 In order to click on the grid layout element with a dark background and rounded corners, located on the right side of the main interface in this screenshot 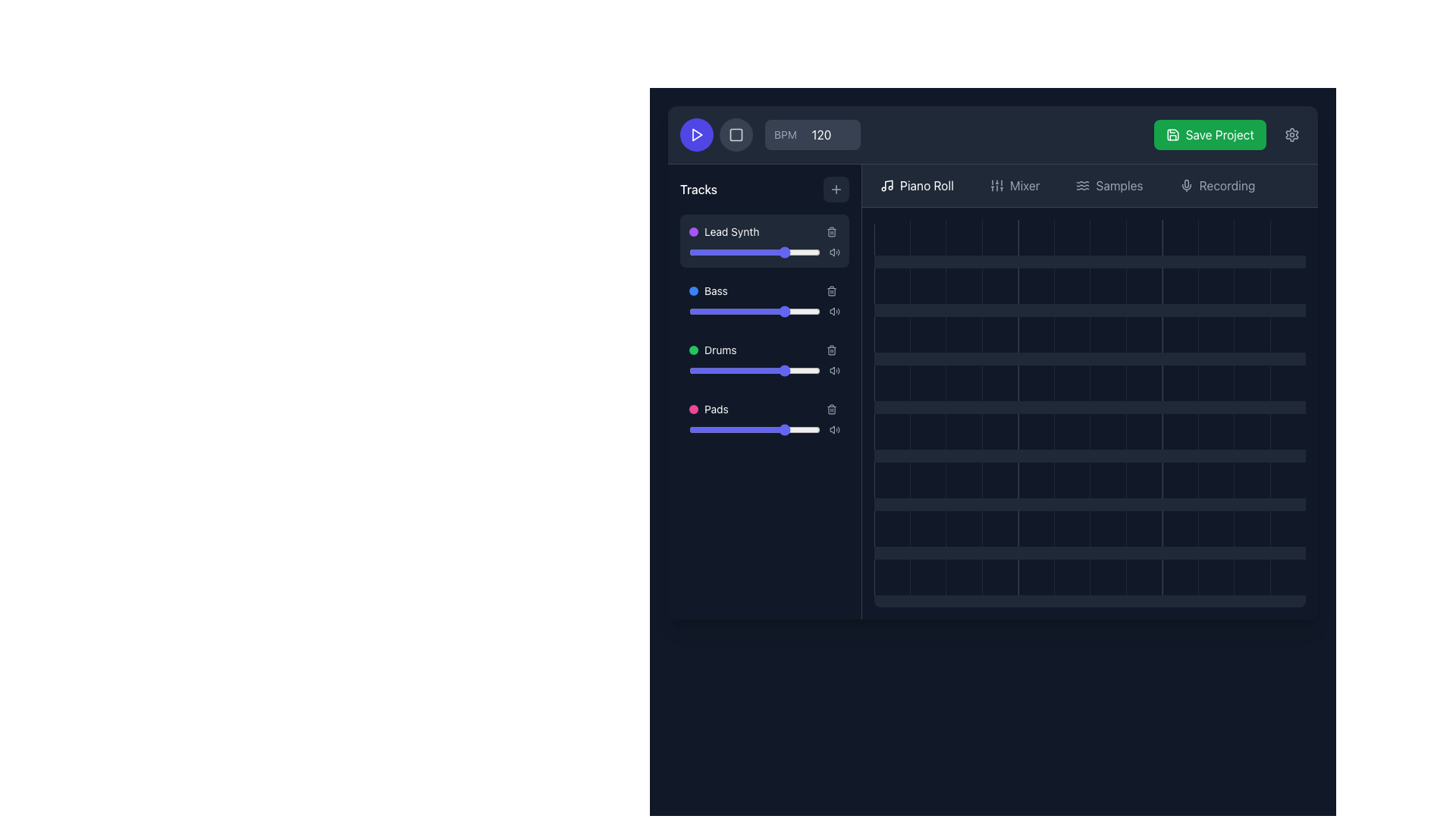, I will do `click(1089, 413)`.